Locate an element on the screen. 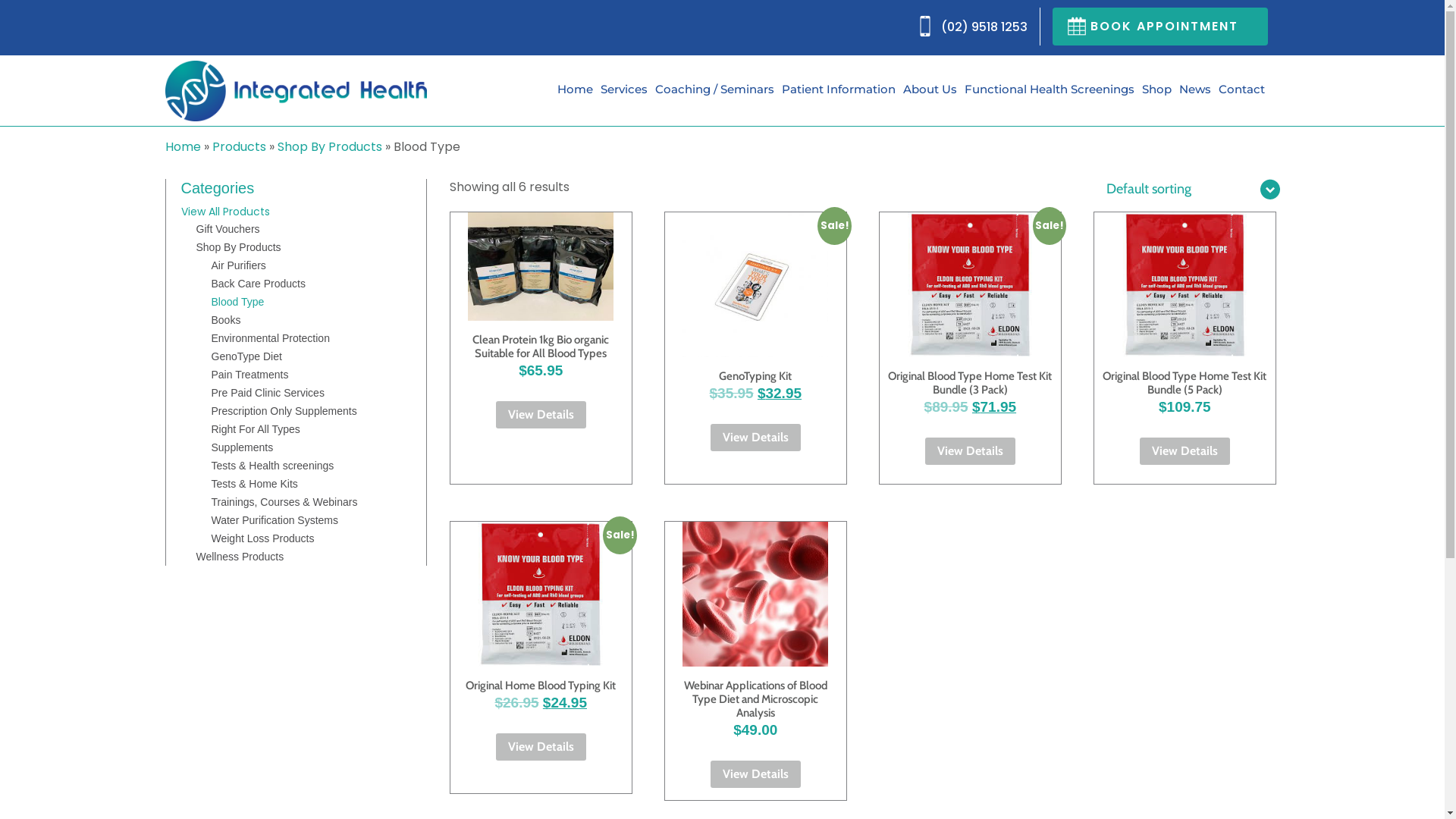 The width and height of the screenshot is (1456, 819). 'Patient Information' is located at coordinates (836, 89).